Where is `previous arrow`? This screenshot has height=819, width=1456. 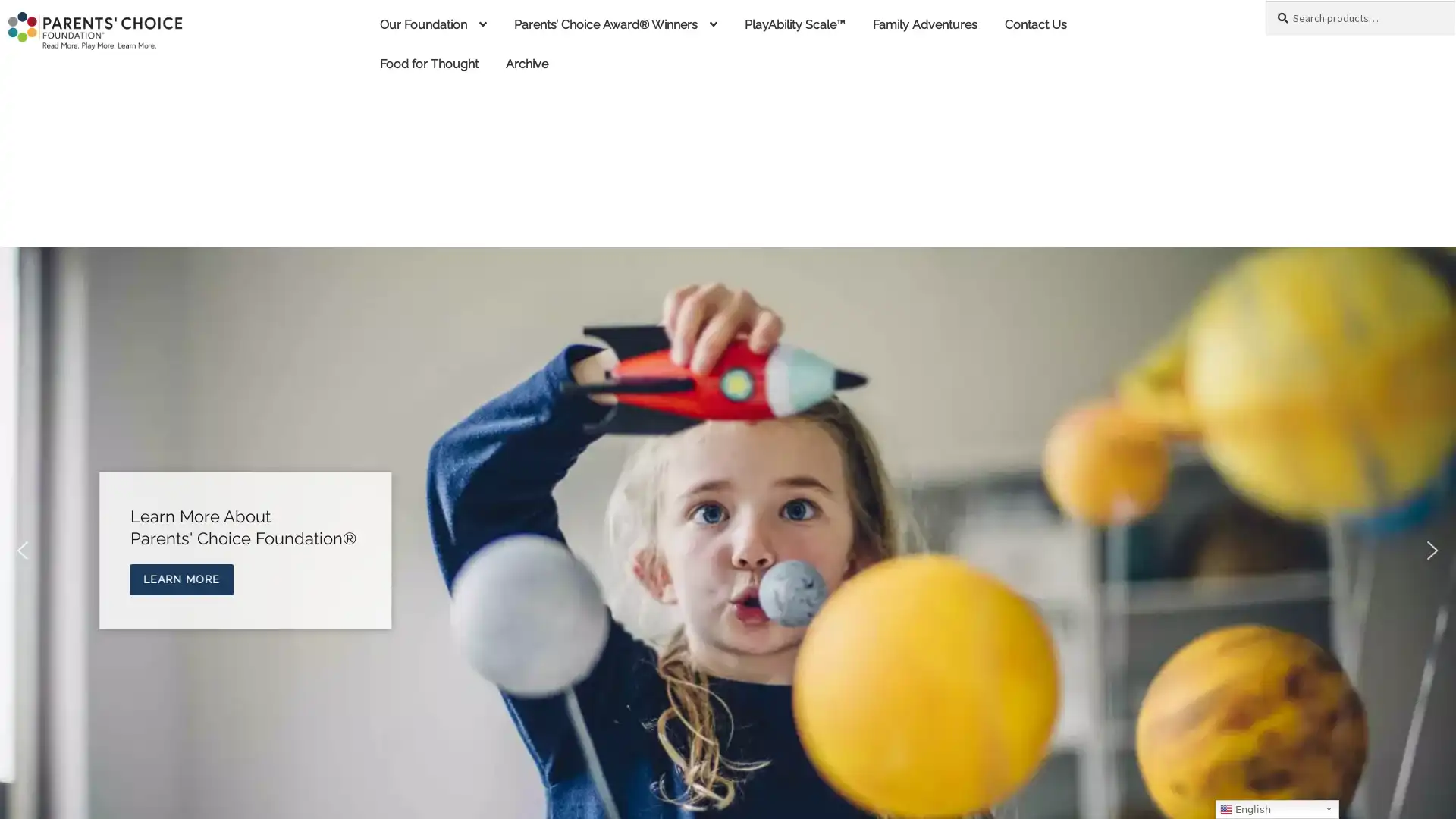 previous arrow is located at coordinates (22, 550).